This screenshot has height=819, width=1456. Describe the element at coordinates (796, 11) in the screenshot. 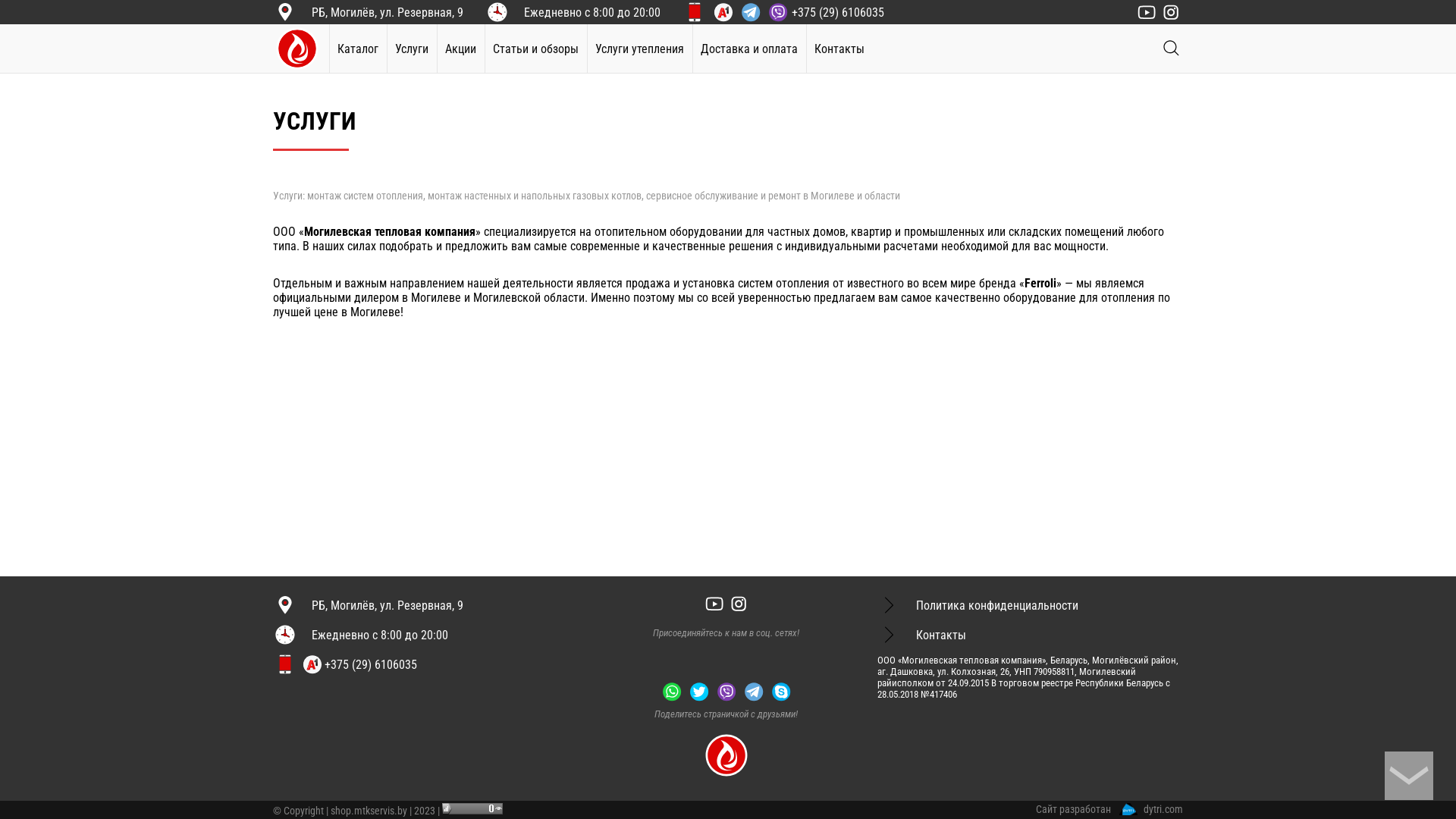

I see `'+375 (29) 6106035'` at that location.